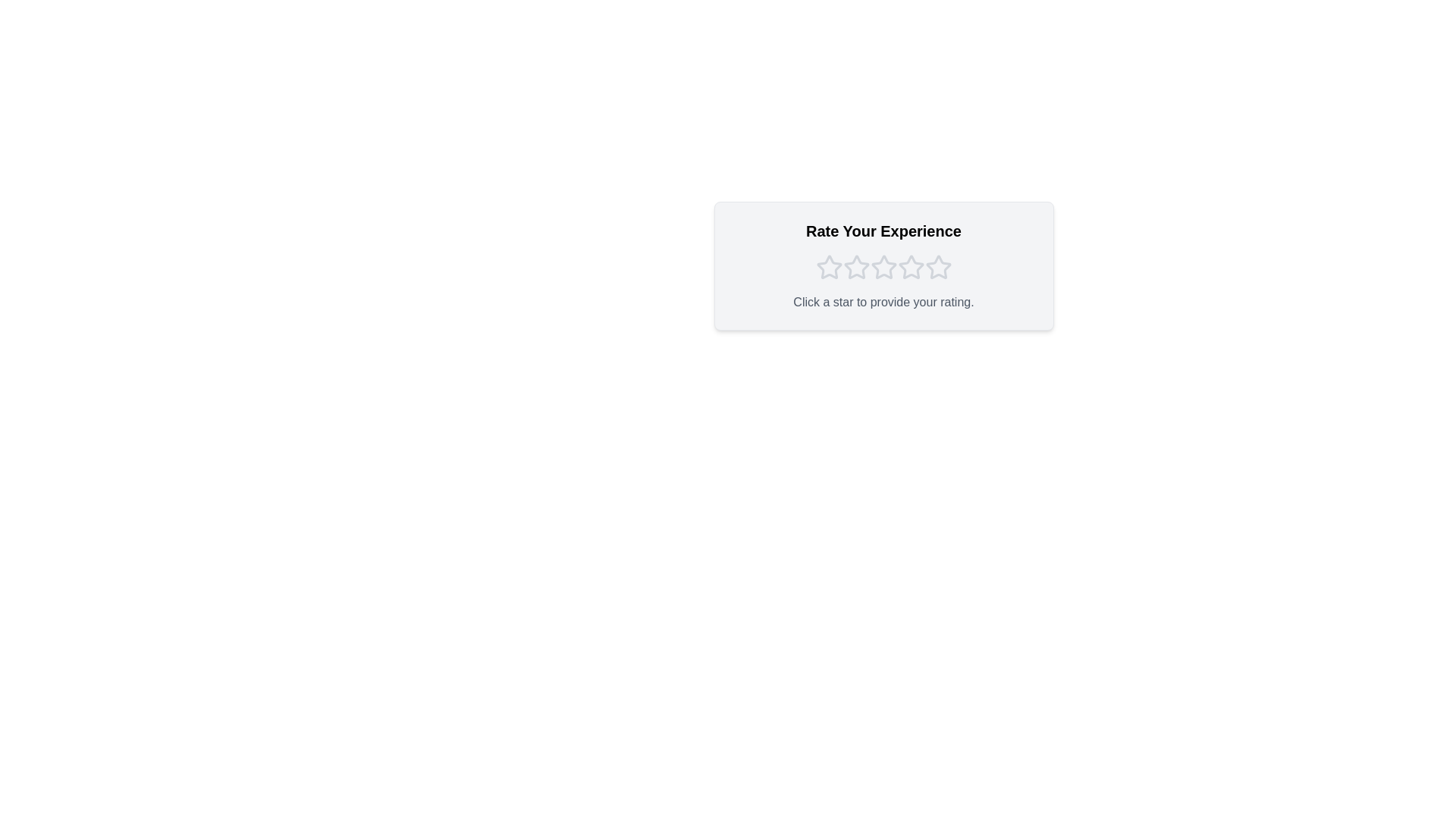 This screenshot has height=819, width=1456. I want to click on the star corresponding to 3 to preview the selection, so click(883, 267).